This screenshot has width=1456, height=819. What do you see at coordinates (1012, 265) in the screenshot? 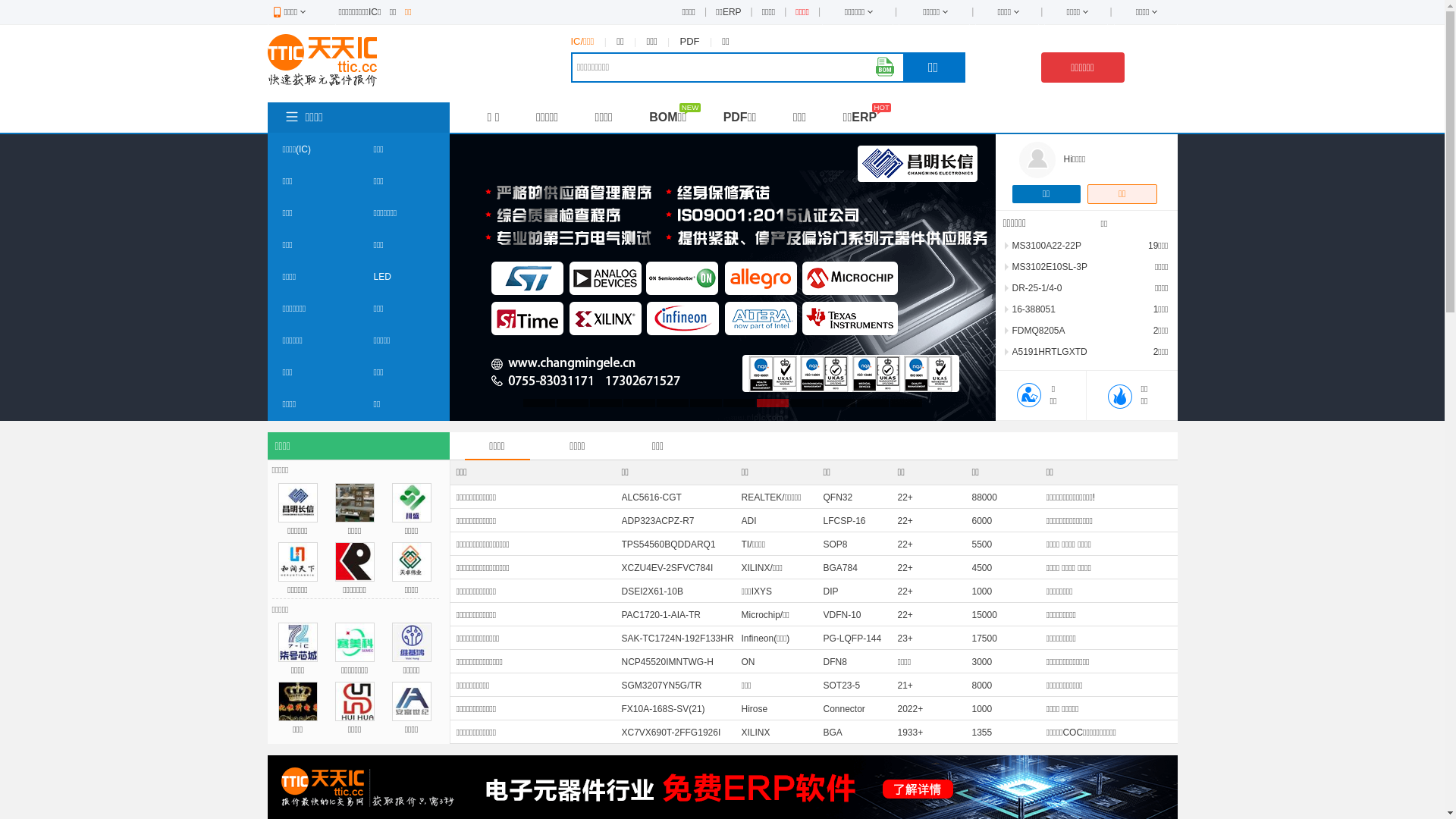
I see `'MS3102E10SL-3P'` at bounding box center [1012, 265].